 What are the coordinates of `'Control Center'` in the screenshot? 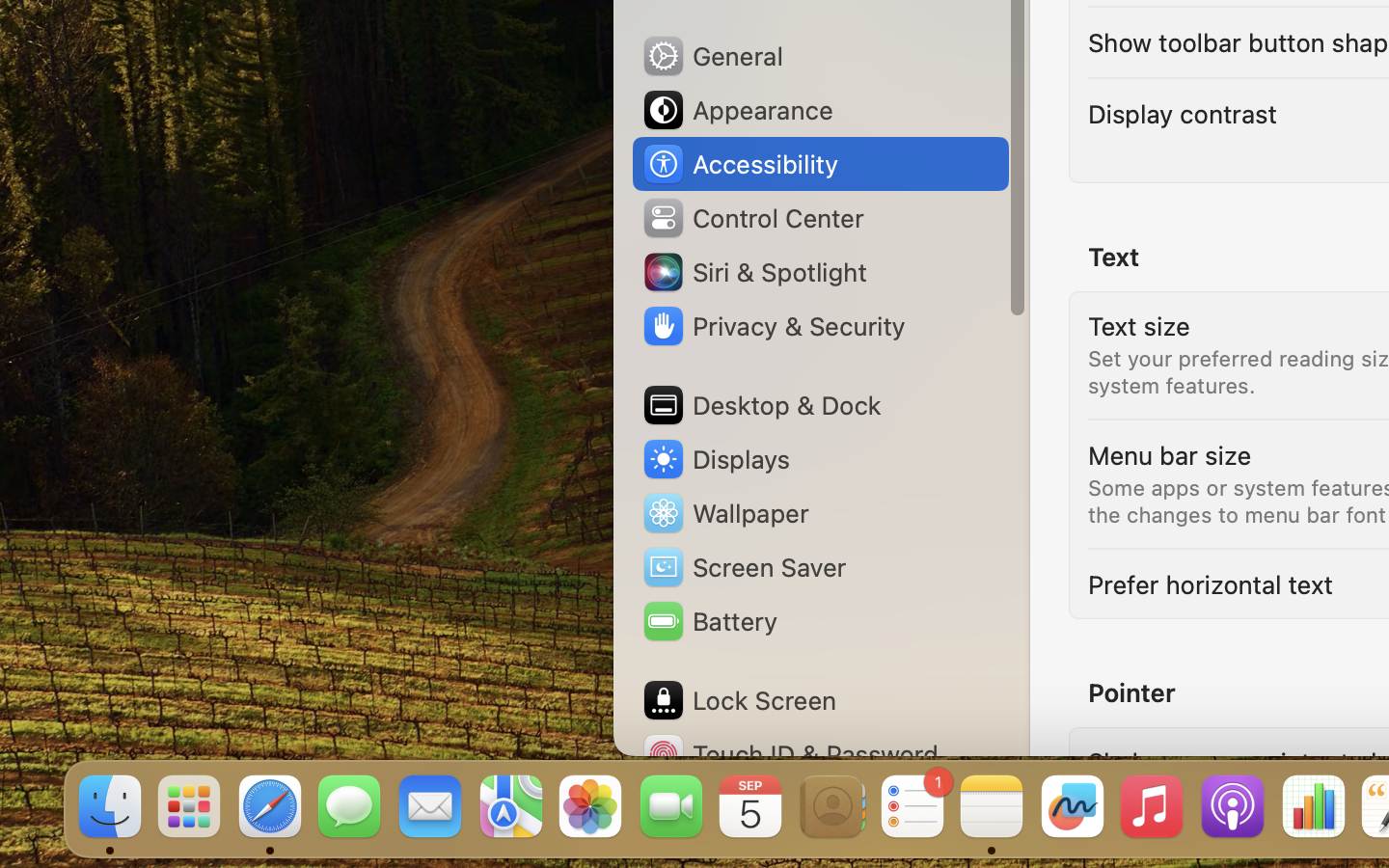 It's located at (751, 217).